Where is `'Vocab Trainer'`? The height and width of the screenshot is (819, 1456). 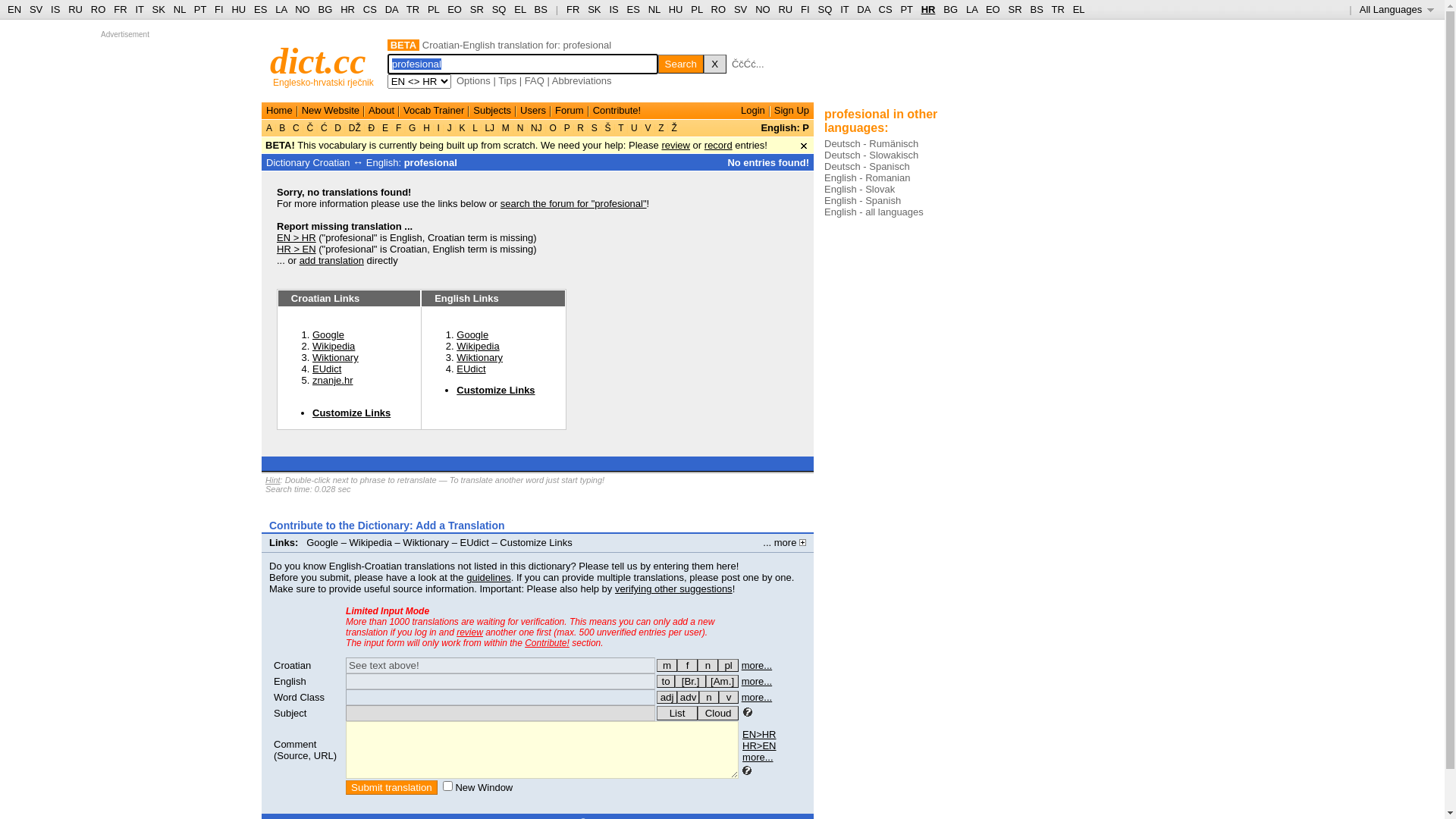
'Vocab Trainer' is located at coordinates (432, 109).